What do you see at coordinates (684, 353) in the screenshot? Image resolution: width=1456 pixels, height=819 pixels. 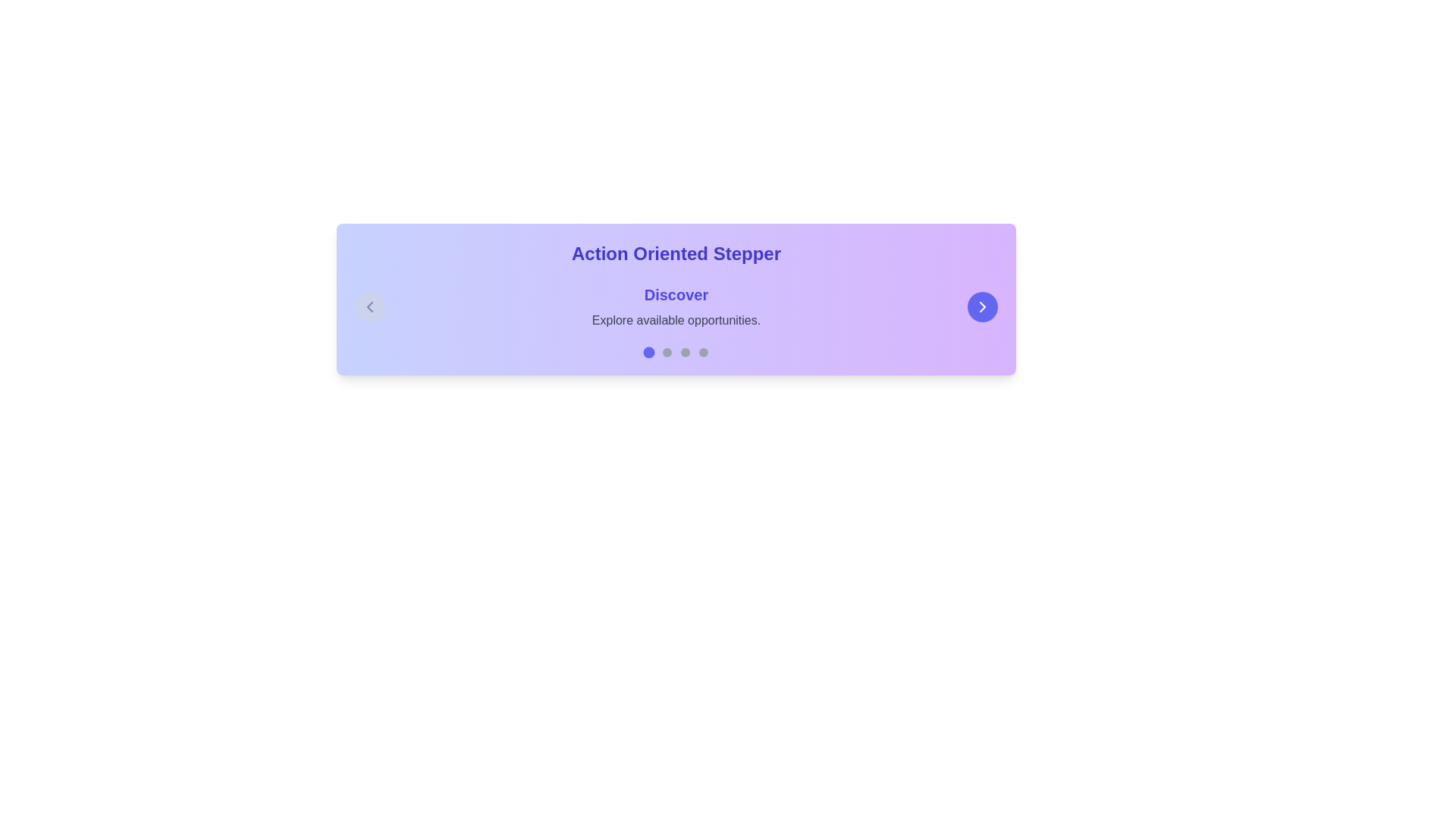 I see `the third gray dot indicator to interact with the stepper or pagination` at bounding box center [684, 353].